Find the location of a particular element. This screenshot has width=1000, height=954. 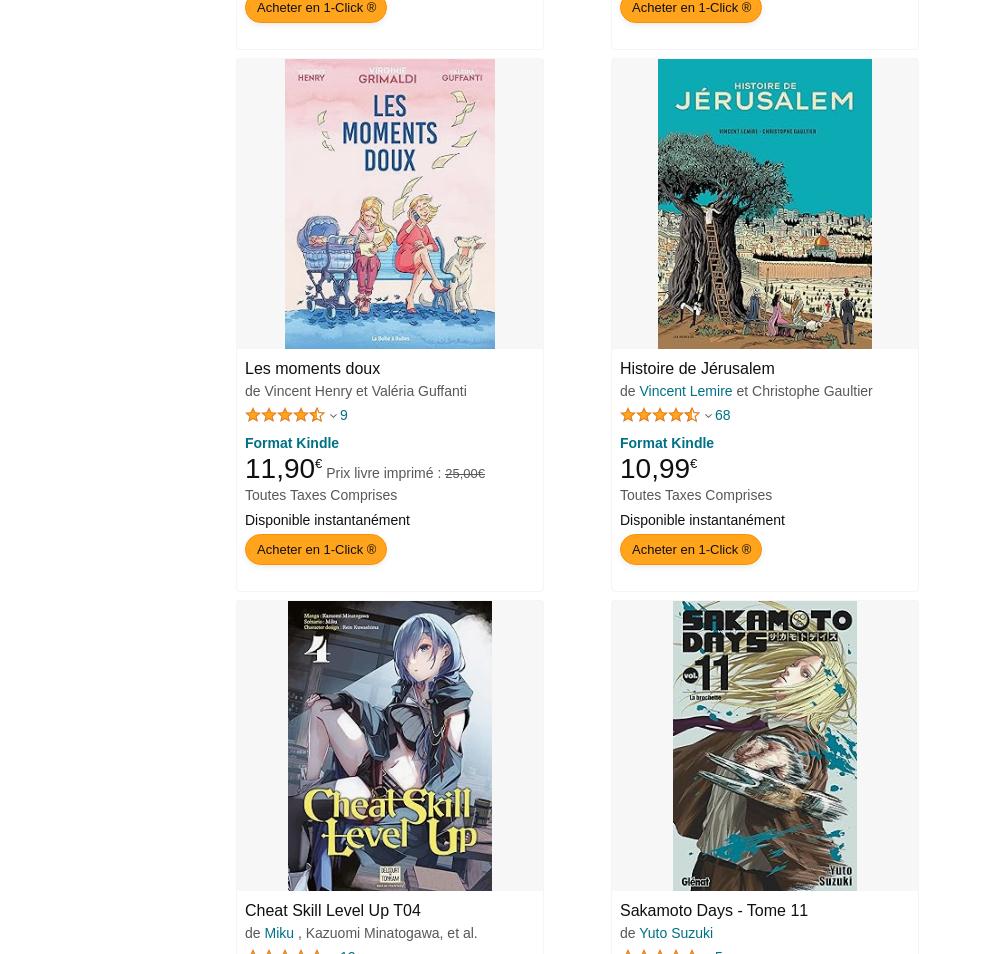

'Kazuomi Minatogawa' is located at coordinates (371, 933).